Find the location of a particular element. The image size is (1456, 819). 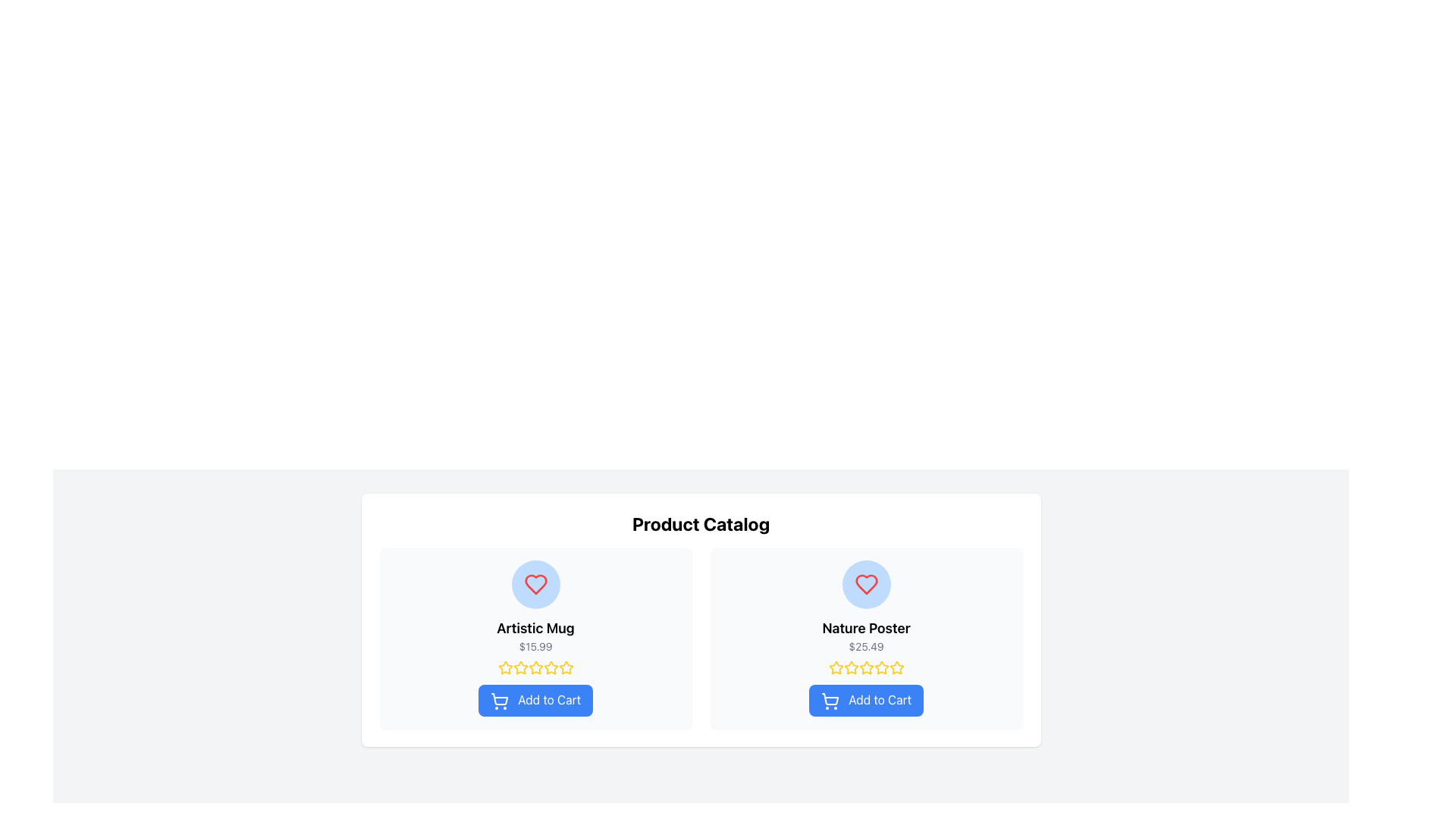

the first star icon of the graphical rating indicator for the 'Artistic Mug' product is located at coordinates (505, 667).